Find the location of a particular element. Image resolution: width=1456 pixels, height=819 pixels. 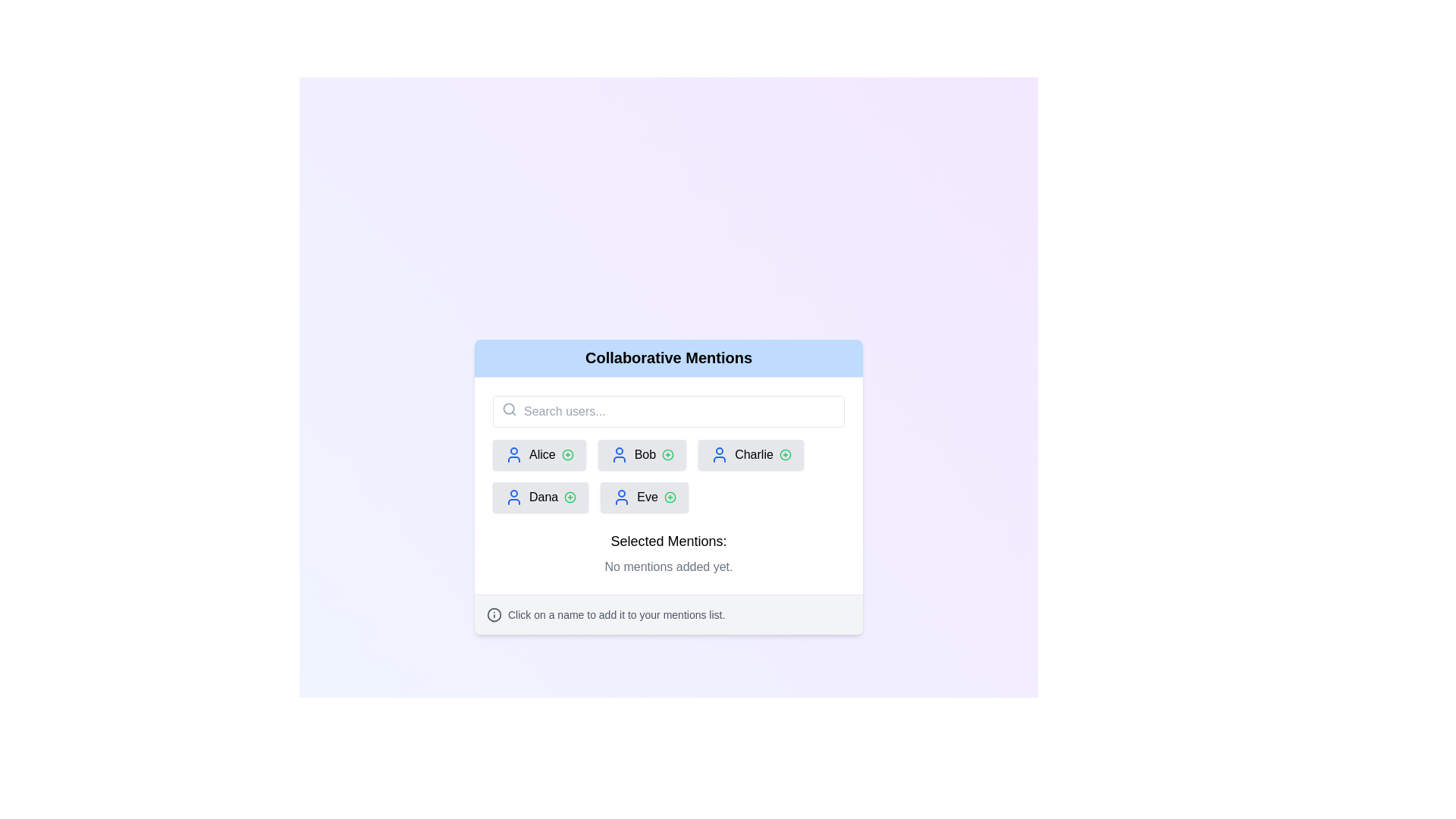

the user selection button labeled 'Bob', which is a rectangular button with a light gray background, a blue user icon on the left, and a green circle with a plus symbol on the right, located under the 'Collaborative Mentions' heading is located at coordinates (642, 453).